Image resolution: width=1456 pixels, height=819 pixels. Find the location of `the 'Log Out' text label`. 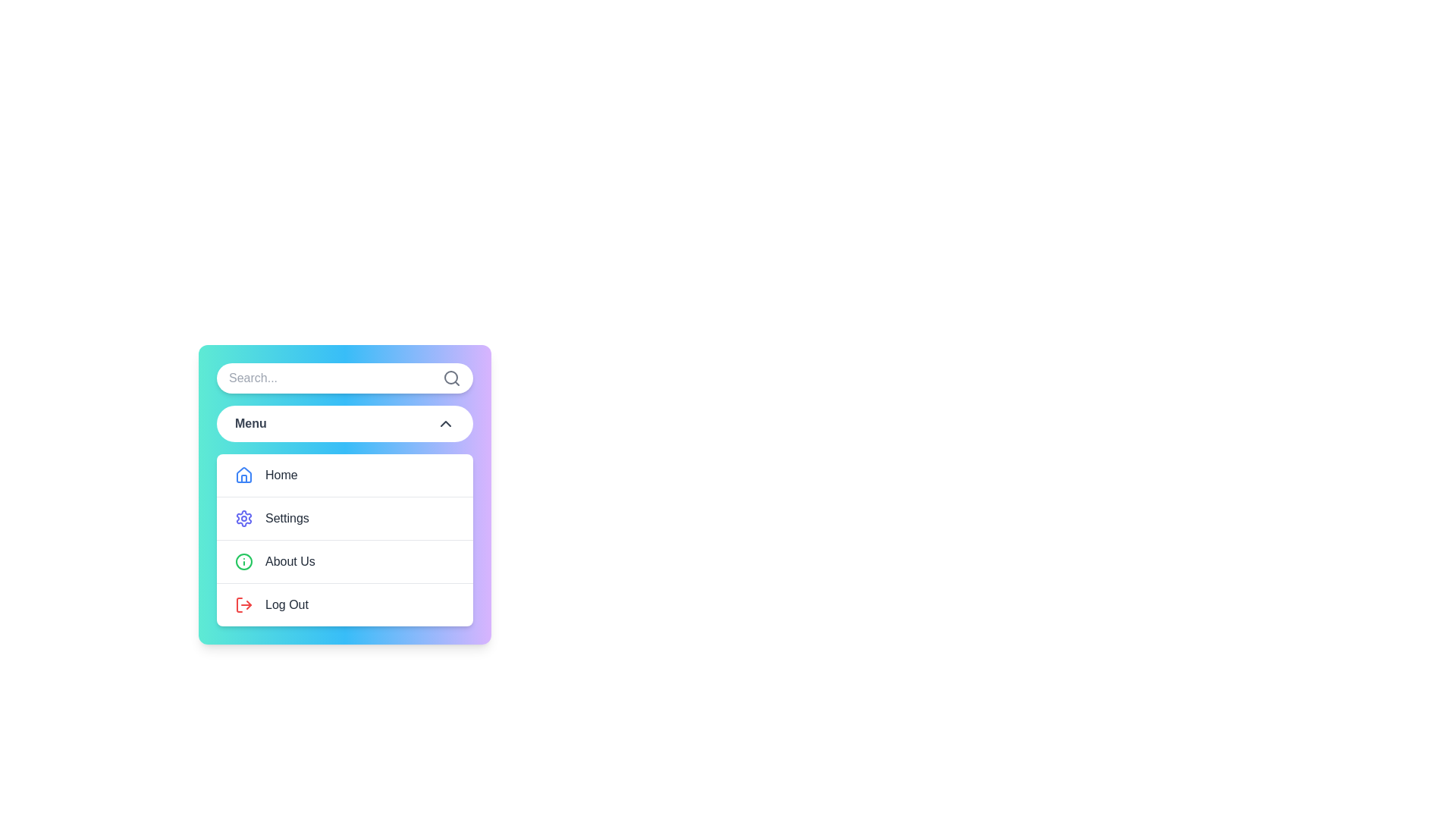

the 'Log Out' text label is located at coordinates (287, 604).